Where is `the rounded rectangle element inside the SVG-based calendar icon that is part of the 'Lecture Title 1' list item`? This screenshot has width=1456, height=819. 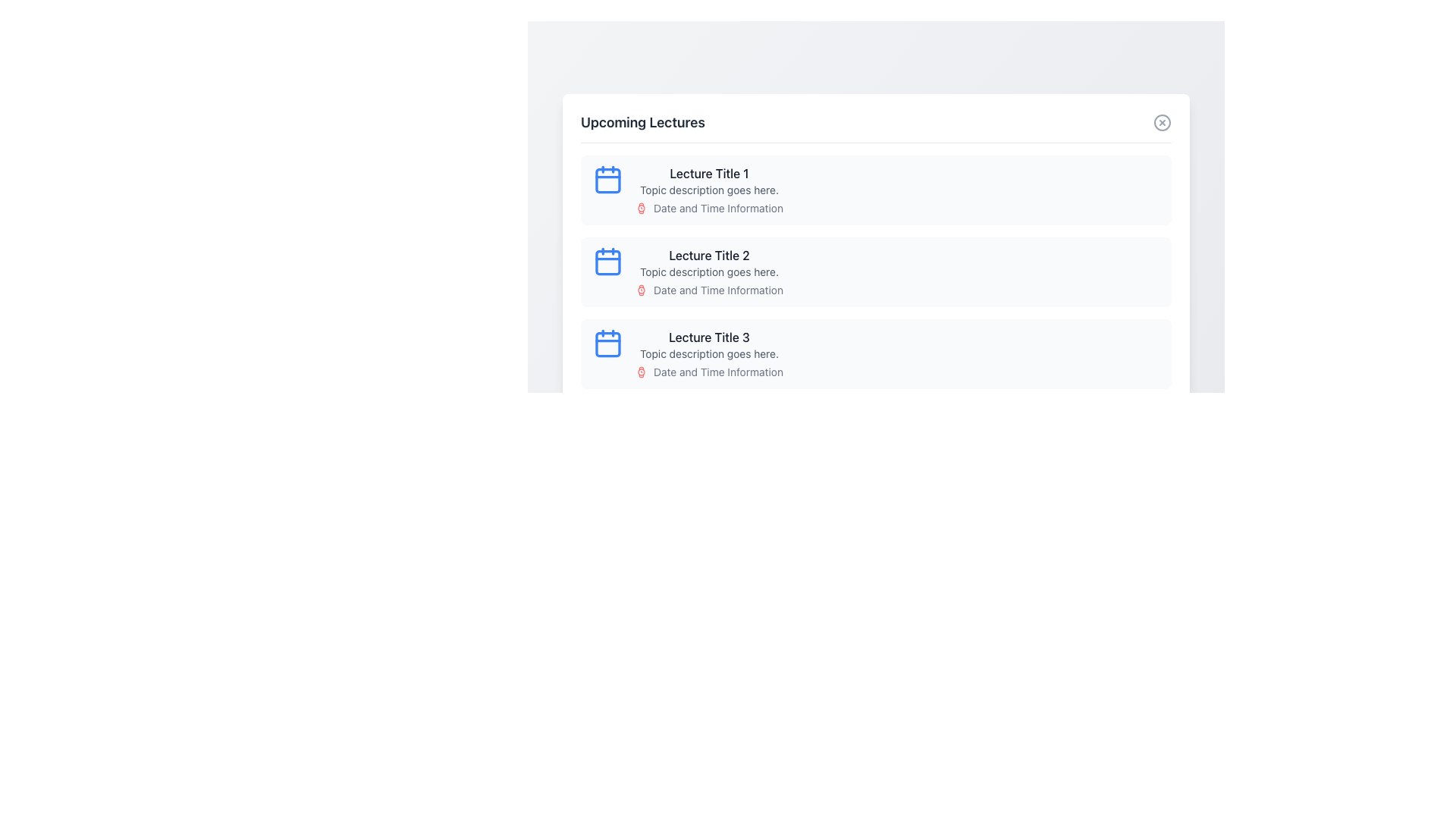 the rounded rectangle element inside the SVG-based calendar icon that is part of the 'Lecture Title 1' list item is located at coordinates (607, 180).